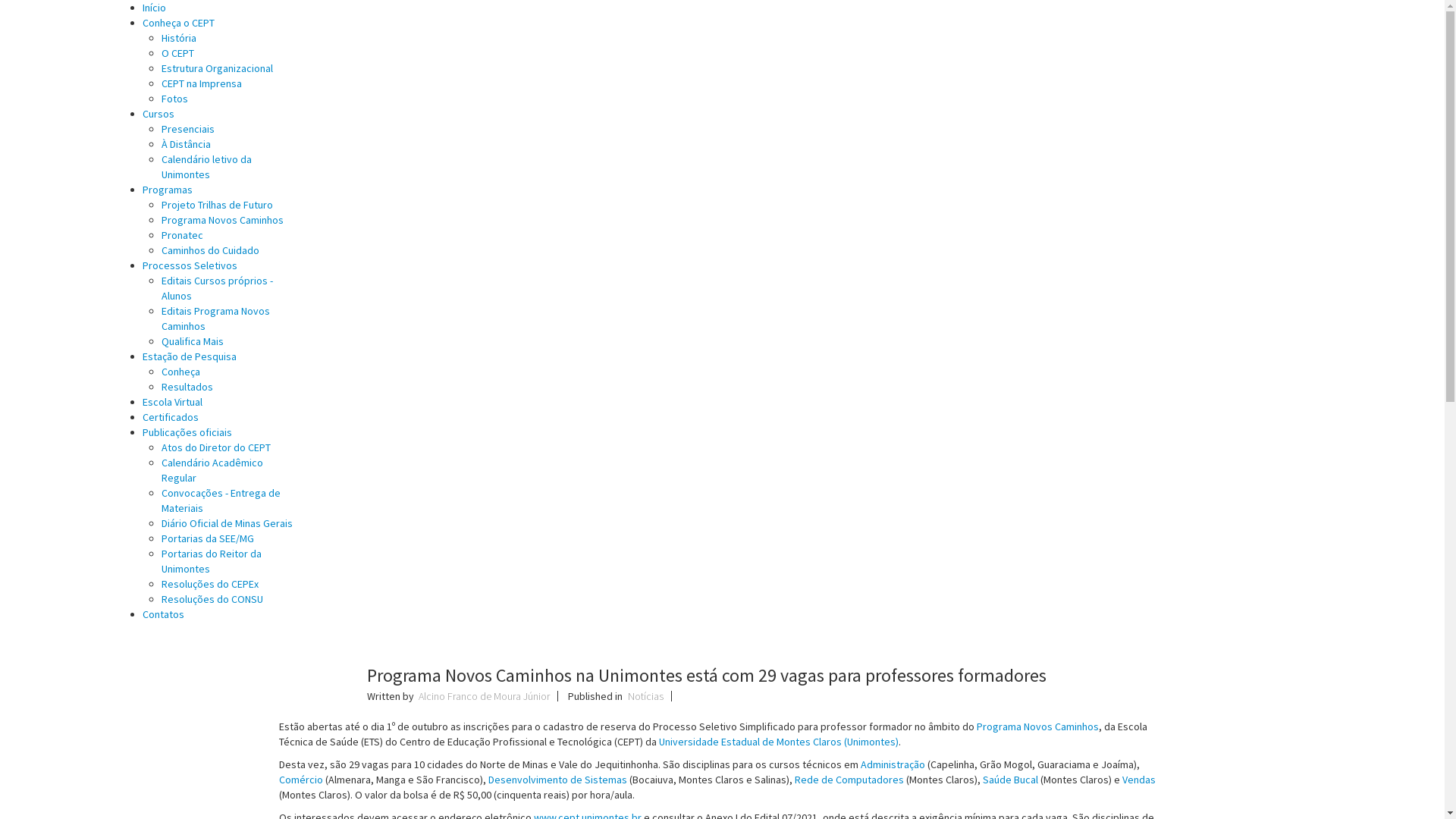  Describe the element at coordinates (793, 780) in the screenshot. I see `'Rede de Computadores'` at that location.